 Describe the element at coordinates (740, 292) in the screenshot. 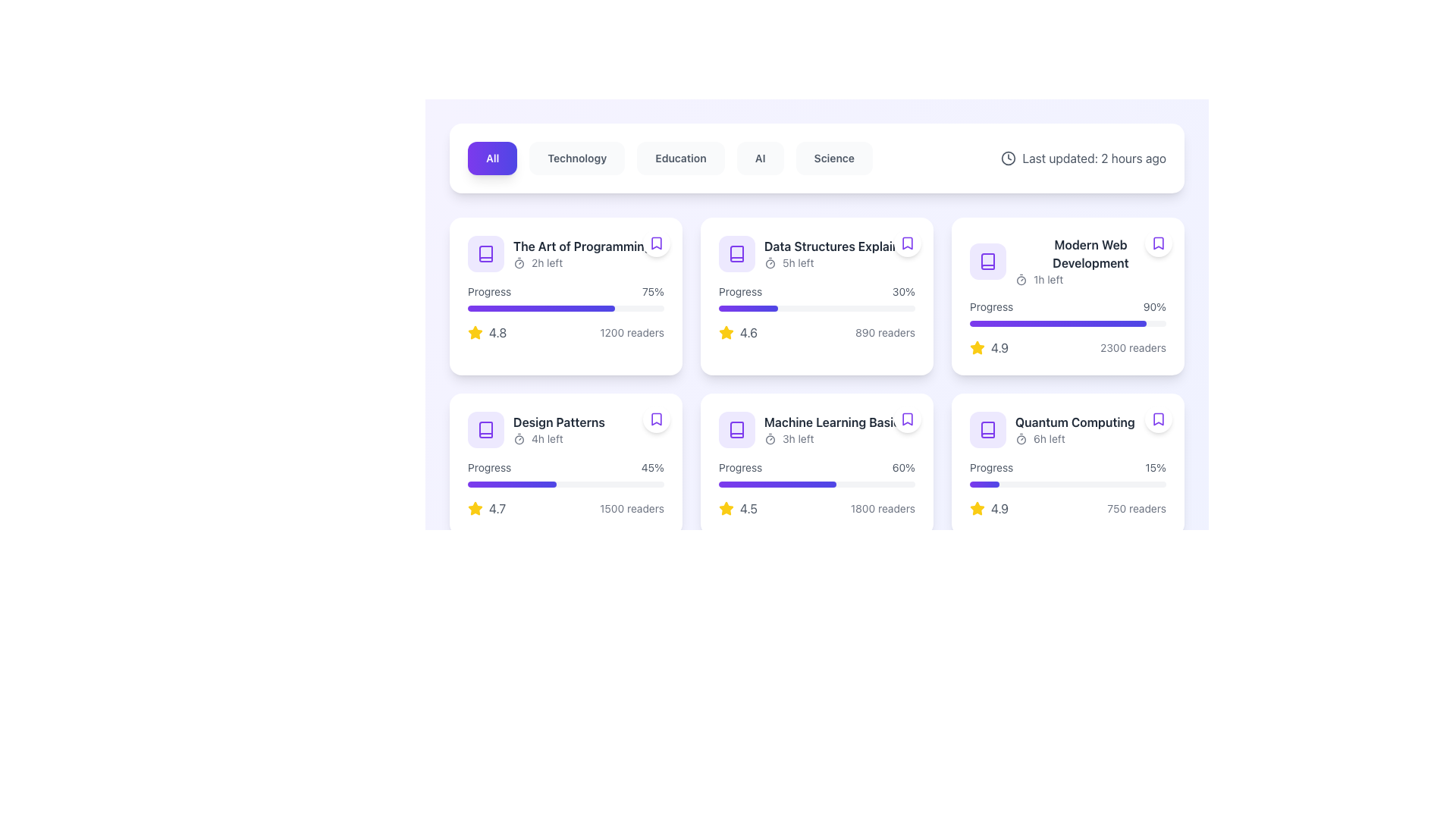

I see `the text label displaying 'Progress' in gray color, located above the progress bar in the second card from the left in the top row of the grid layout` at that location.